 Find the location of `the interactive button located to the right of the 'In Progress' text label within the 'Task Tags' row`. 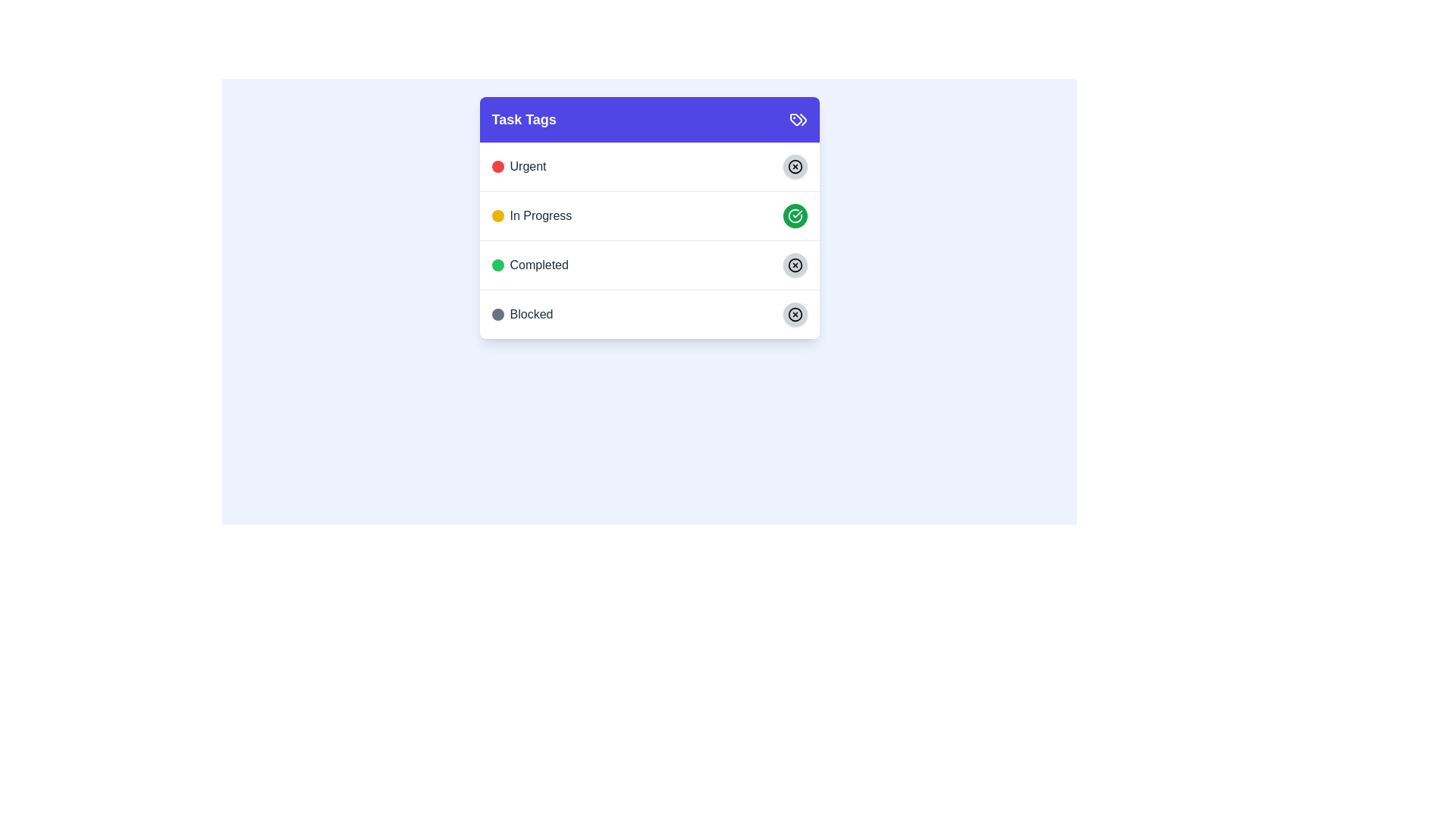

the interactive button located to the right of the 'In Progress' text label within the 'Task Tags' row is located at coordinates (794, 216).